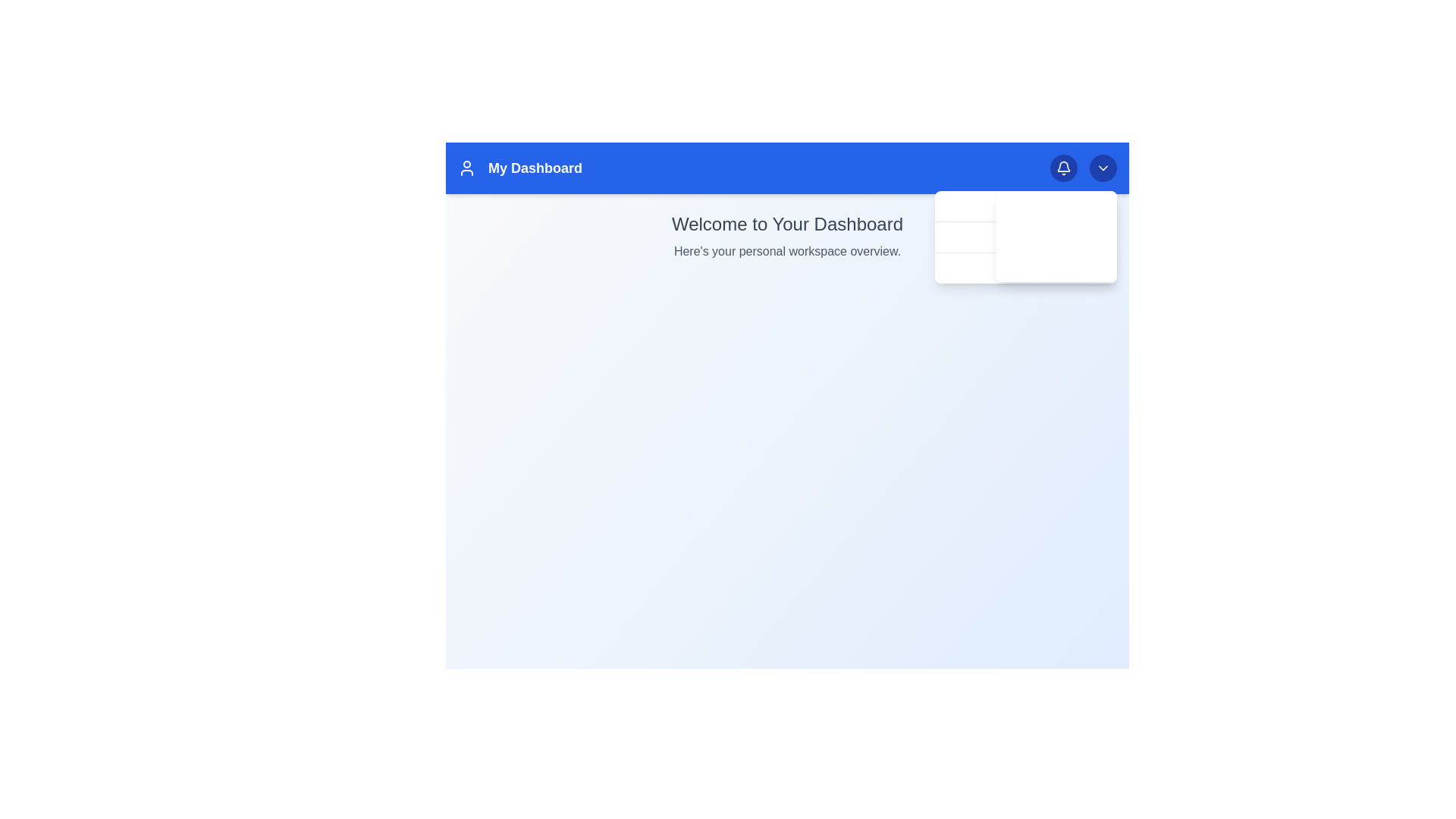 This screenshot has height=819, width=1456. Describe the element at coordinates (787, 250) in the screenshot. I see `the text snippet displaying 'Here's your personal workspace overview.'` at that location.